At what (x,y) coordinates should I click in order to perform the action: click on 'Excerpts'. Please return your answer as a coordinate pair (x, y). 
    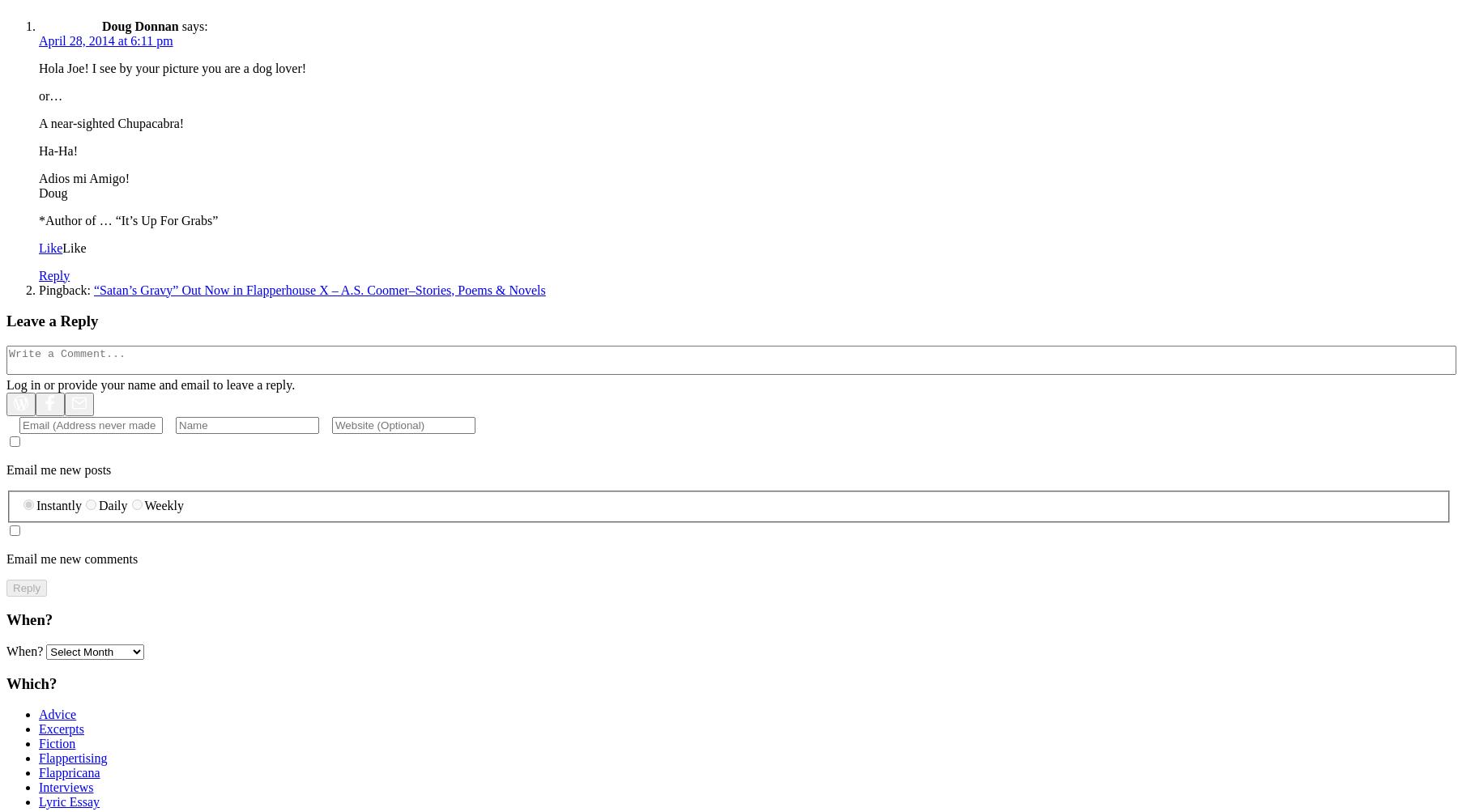
    Looking at the image, I should click on (60, 729).